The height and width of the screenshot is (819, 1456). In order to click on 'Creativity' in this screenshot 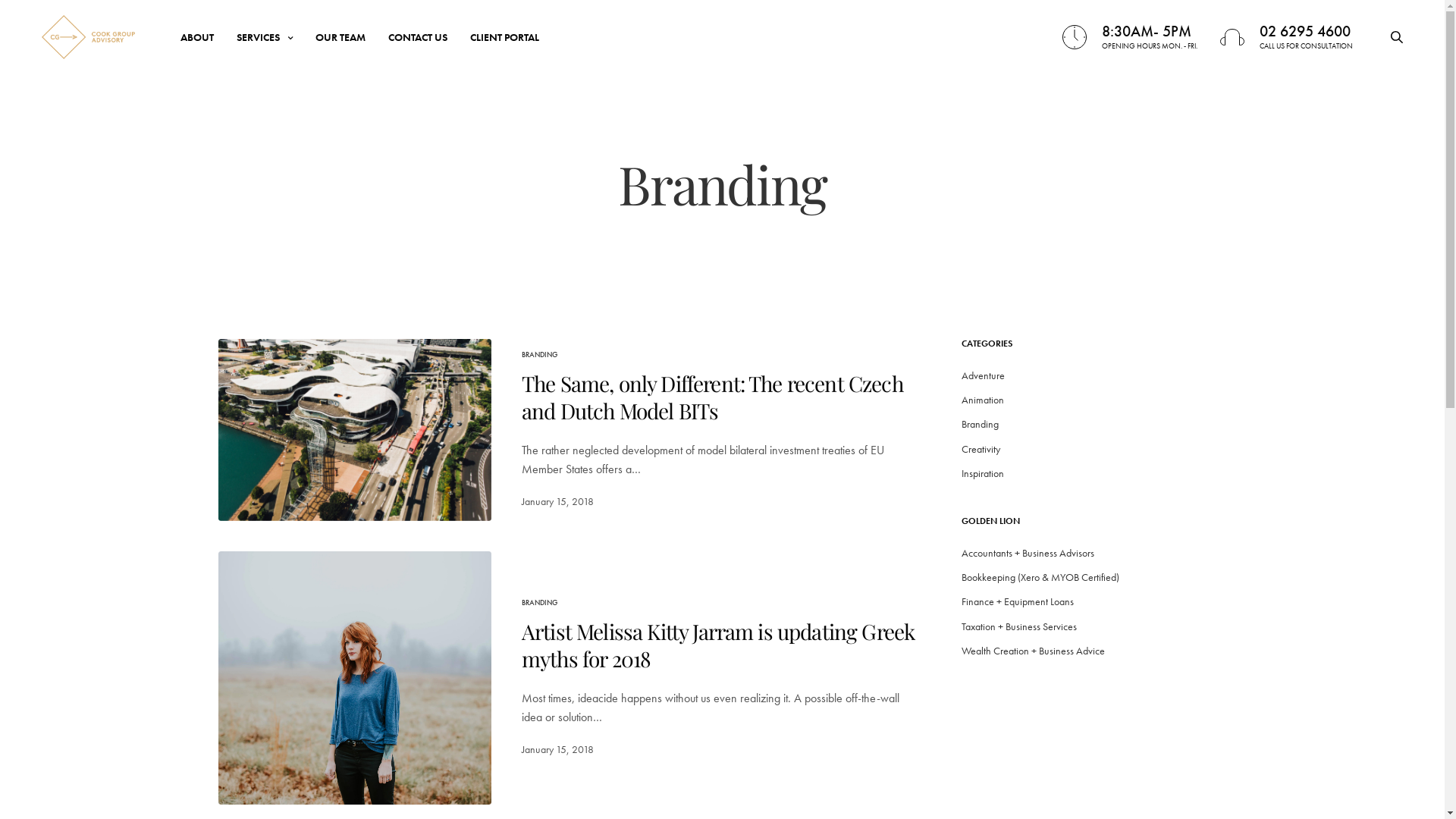, I will do `click(981, 447)`.